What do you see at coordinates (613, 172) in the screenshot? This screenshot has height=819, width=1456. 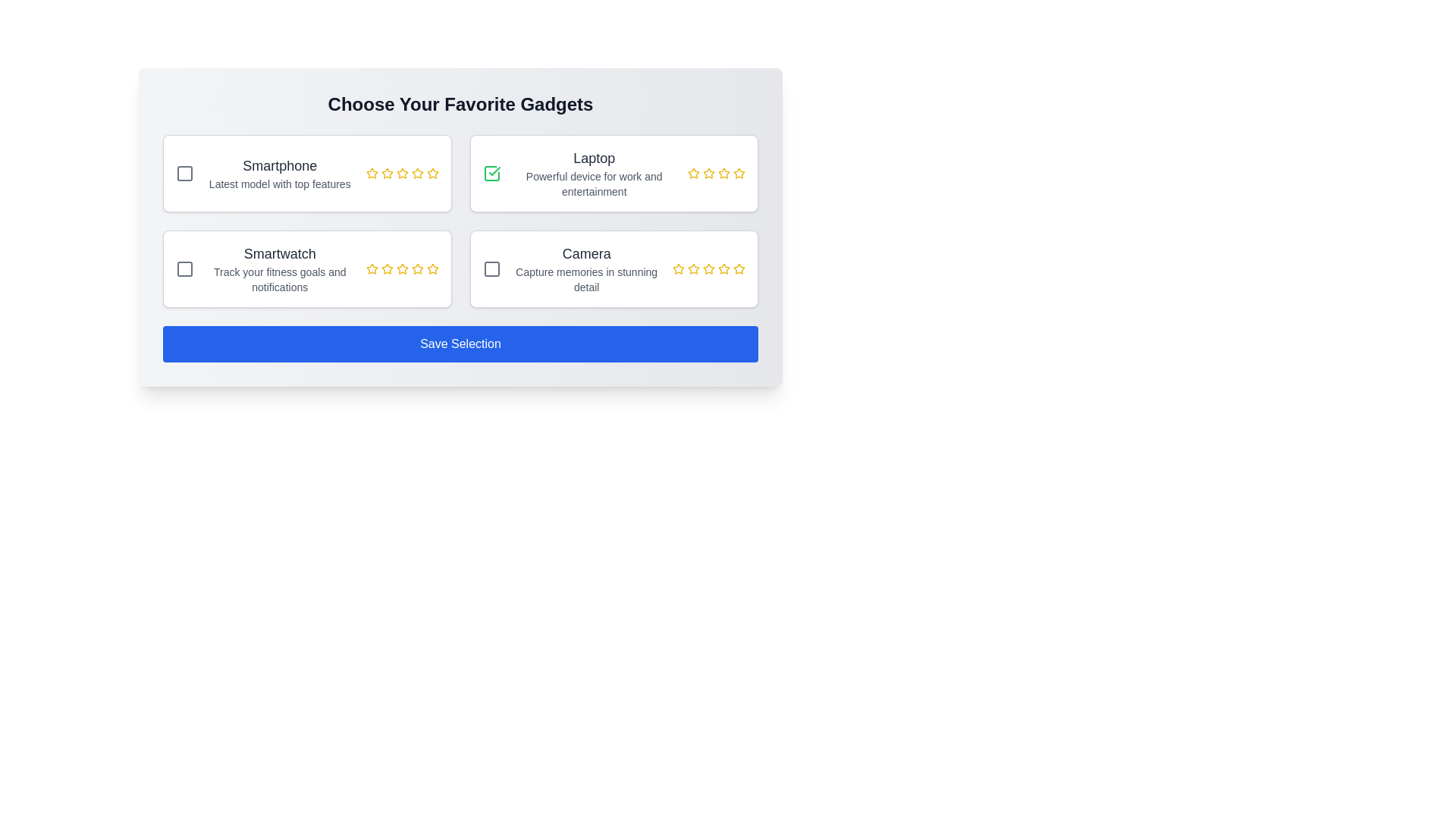 I see `the 'Laptop' selectable card, which is the second card in the grid layout of selectable items` at bounding box center [613, 172].